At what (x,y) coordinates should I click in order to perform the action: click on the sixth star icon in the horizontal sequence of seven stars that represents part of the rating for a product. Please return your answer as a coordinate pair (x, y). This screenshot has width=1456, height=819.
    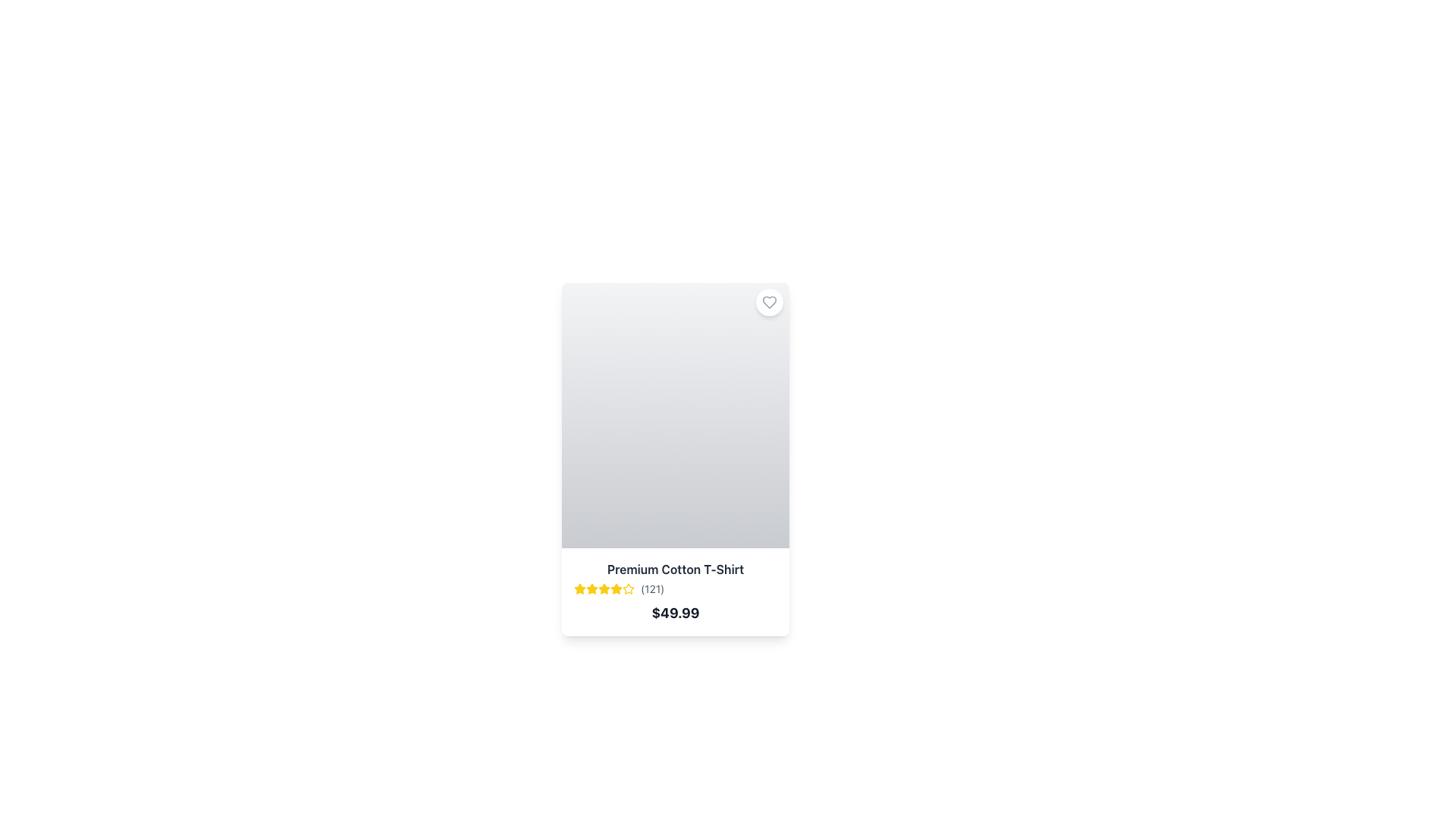
    Looking at the image, I should click on (616, 588).